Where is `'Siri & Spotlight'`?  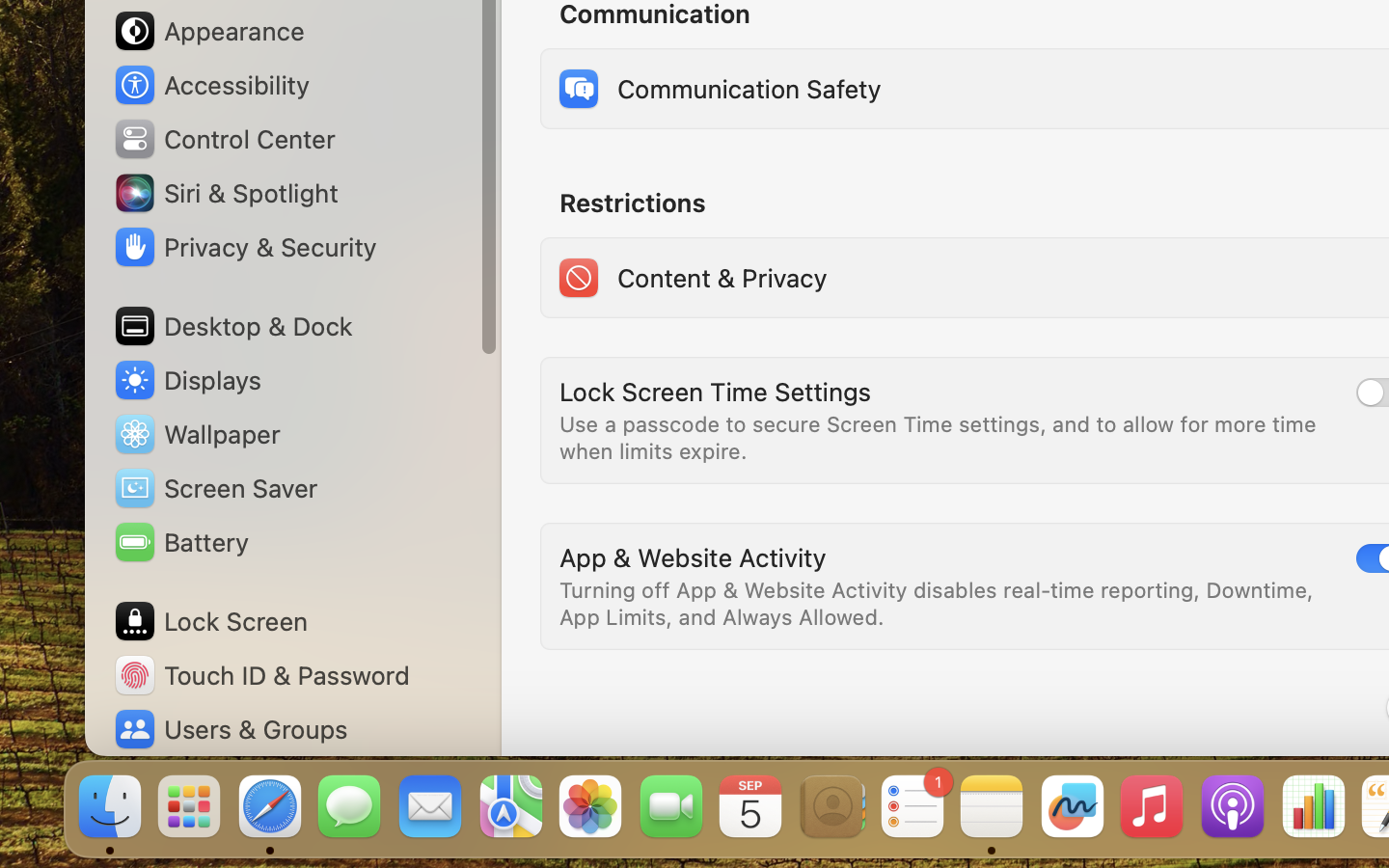 'Siri & Spotlight' is located at coordinates (224, 192).